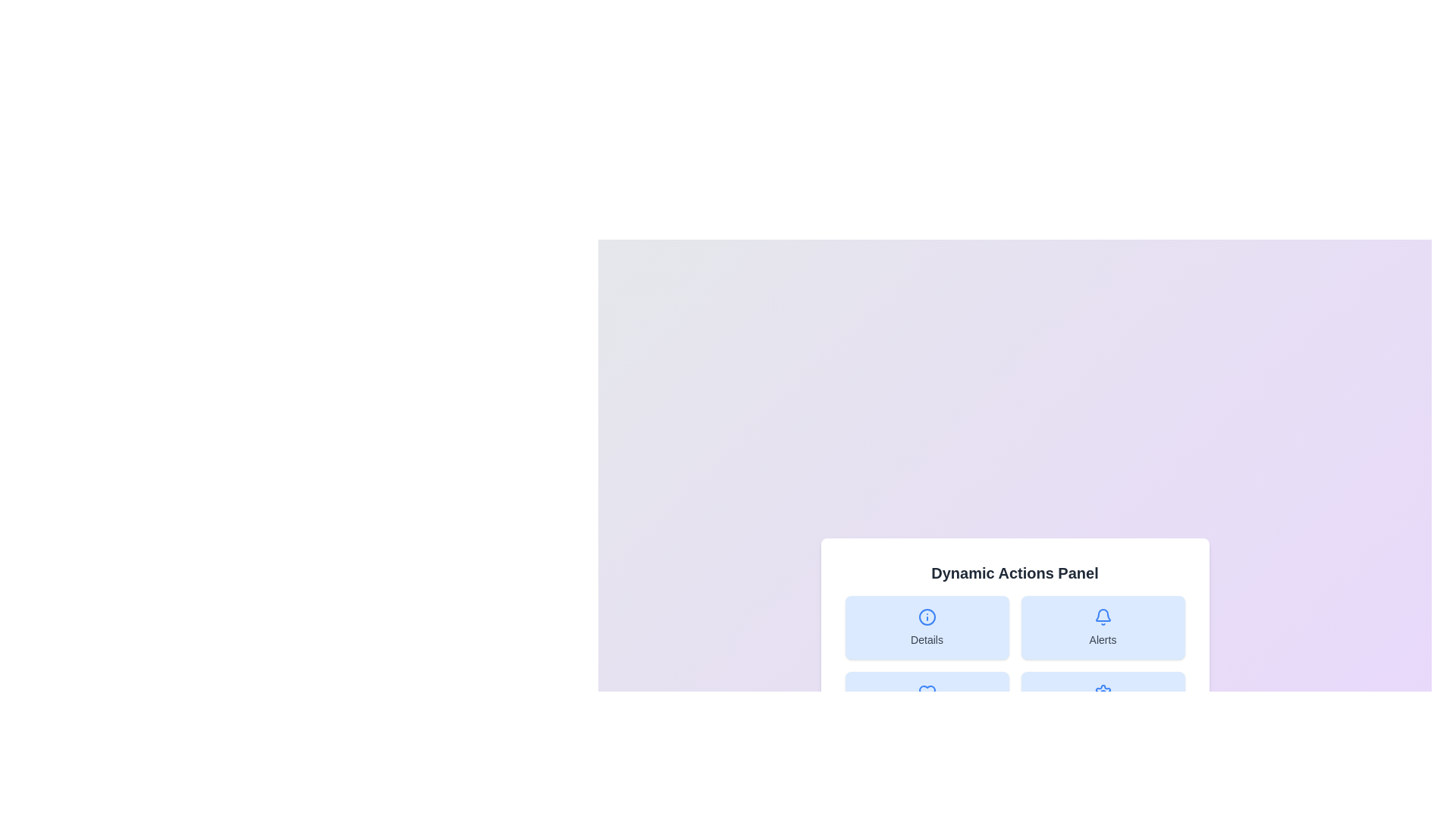 The image size is (1456, 819). What do you see at coordinates (926, 628) in the screenshot?
I see `the blue rectangular button with rounded corners labeled 'Details', which contains an information icon` at bounding box center [926, 628].